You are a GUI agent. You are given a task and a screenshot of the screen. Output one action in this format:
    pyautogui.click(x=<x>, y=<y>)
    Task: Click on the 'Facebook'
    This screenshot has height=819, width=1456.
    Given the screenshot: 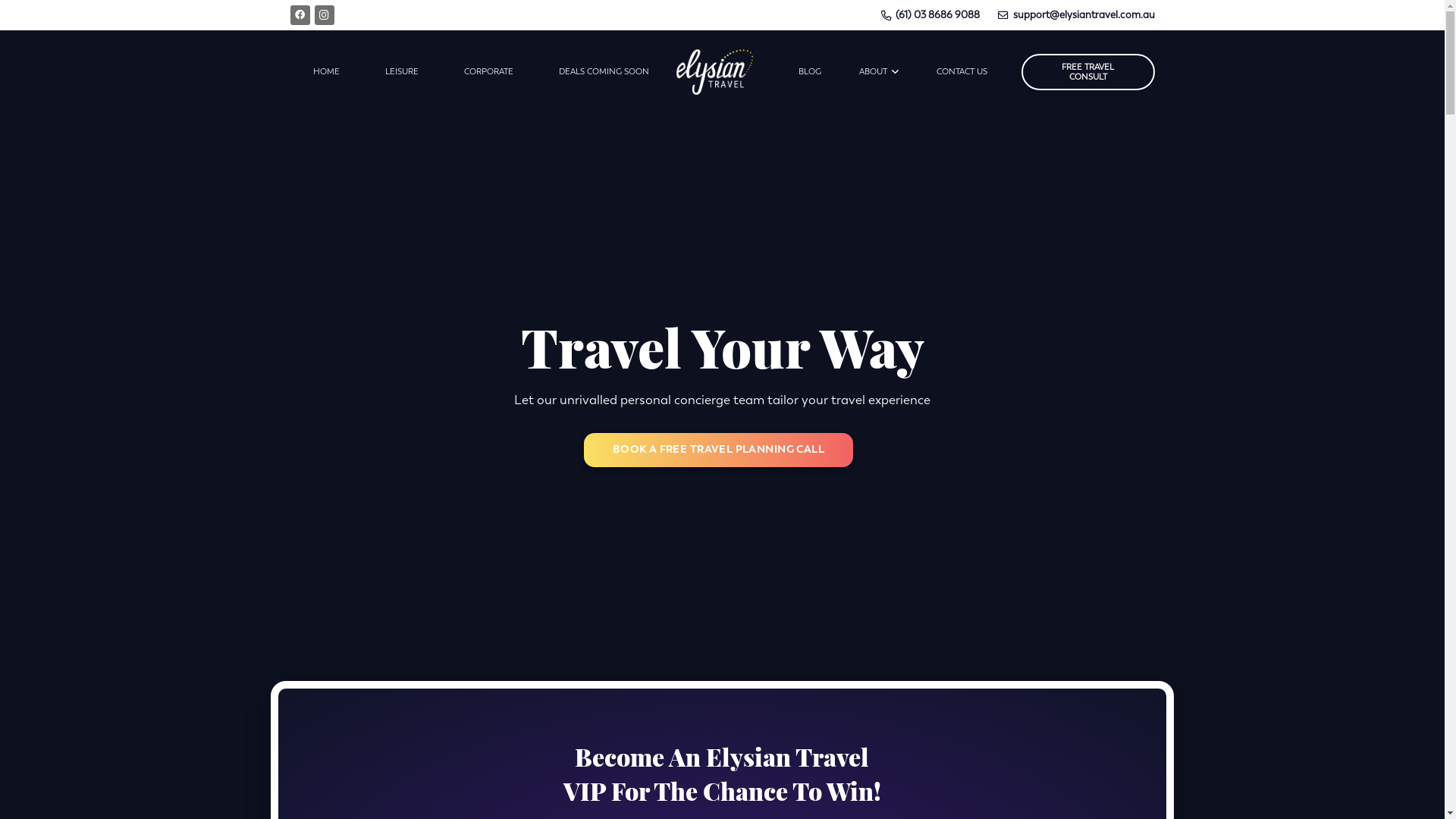 What is the action you would take?
    pyautogui.click(x=299, y=14)
    